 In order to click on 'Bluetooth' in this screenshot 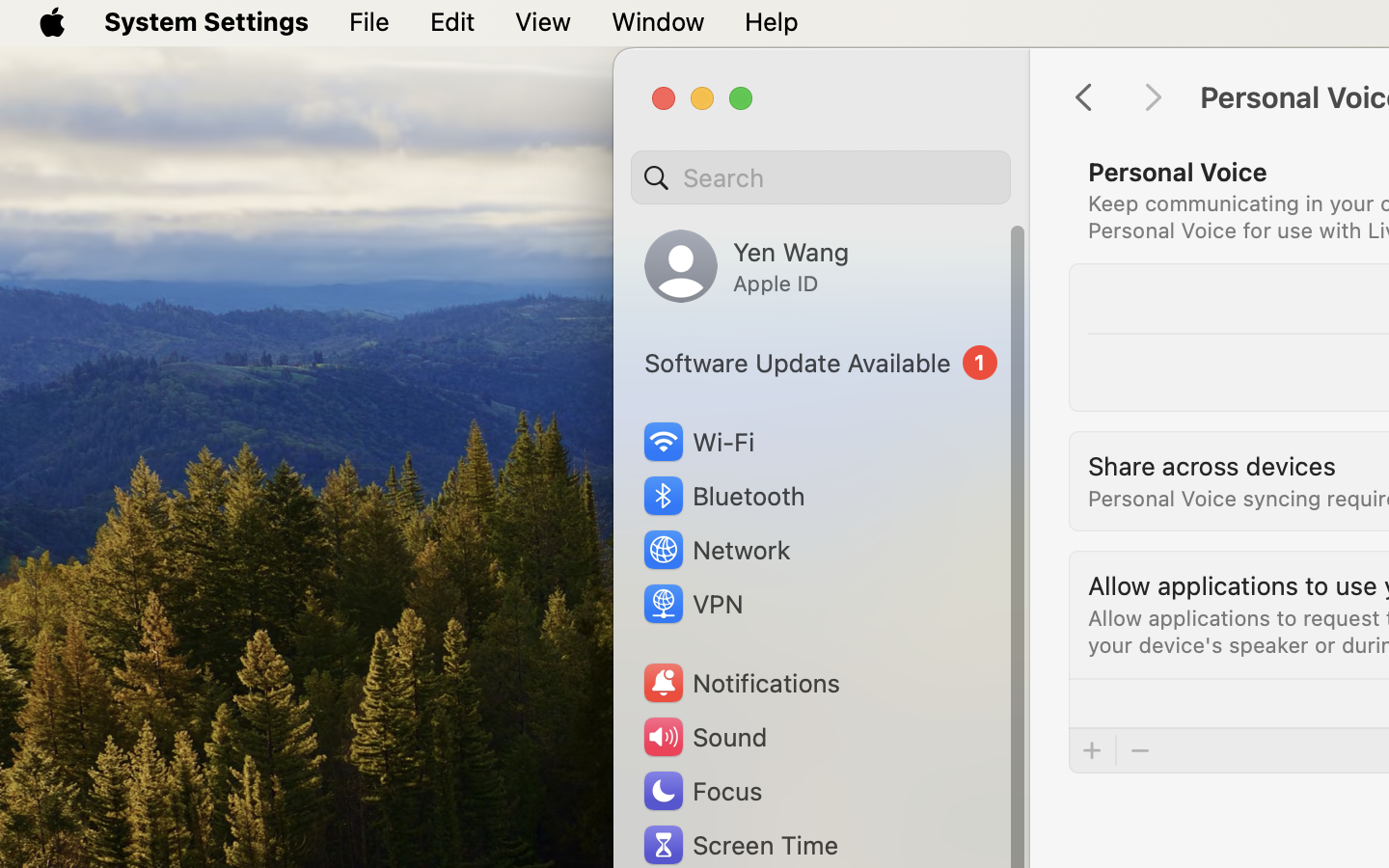, I will do `click(722, 494)`.